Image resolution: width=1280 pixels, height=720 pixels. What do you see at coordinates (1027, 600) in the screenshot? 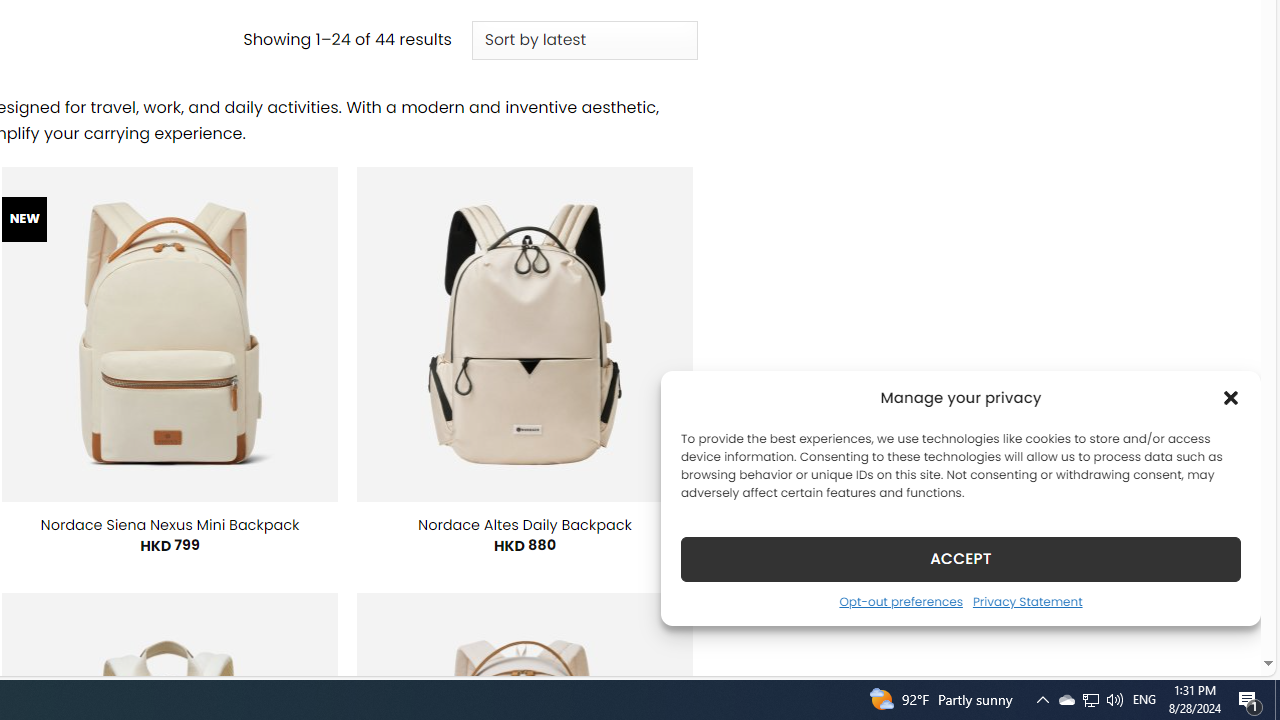
I see `'Privacy Statement'` at bounding box center [1027, 600].